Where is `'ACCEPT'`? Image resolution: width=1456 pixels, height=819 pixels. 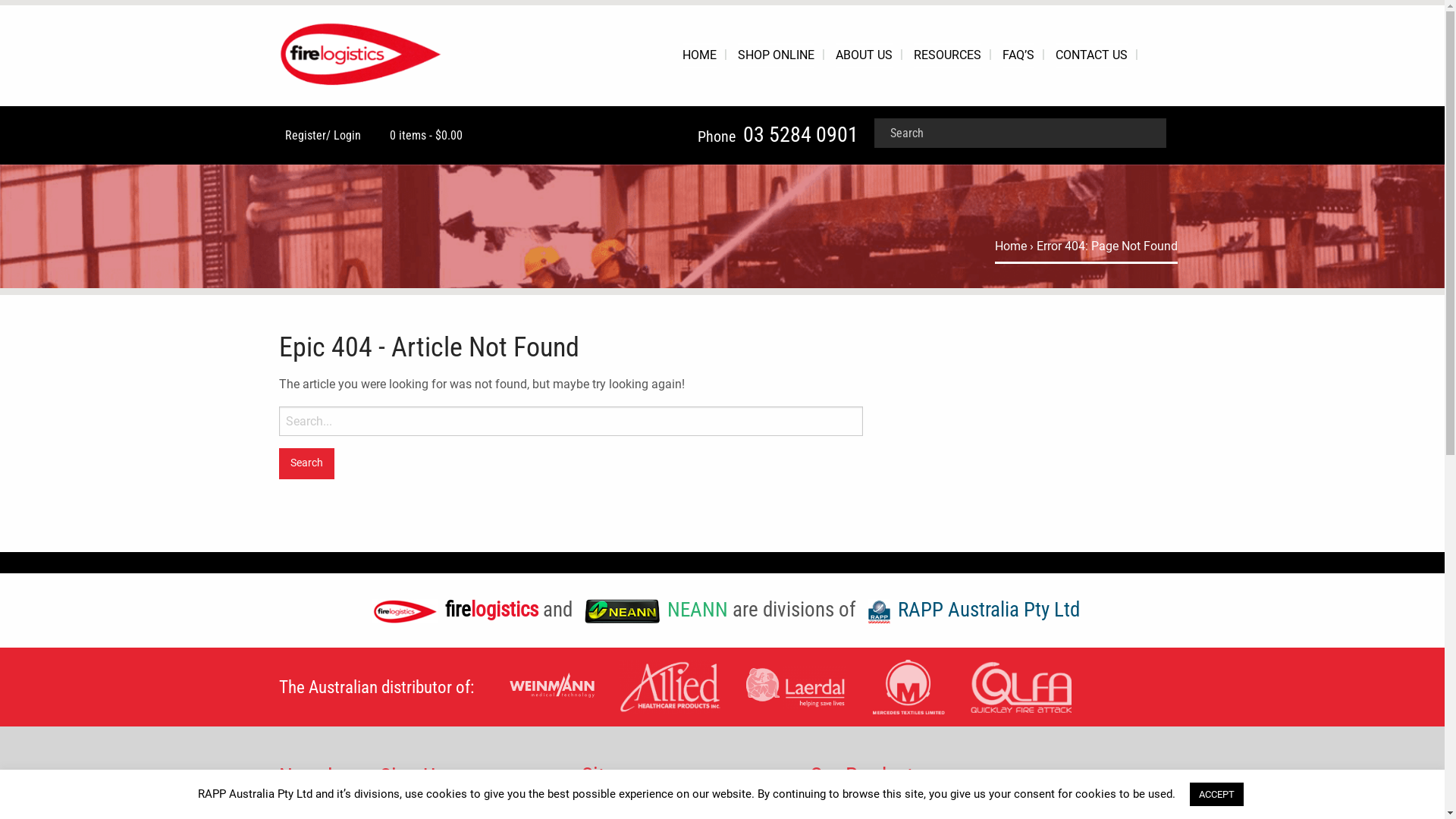
'ACCEPT' is located at coordinates (1216, 793).